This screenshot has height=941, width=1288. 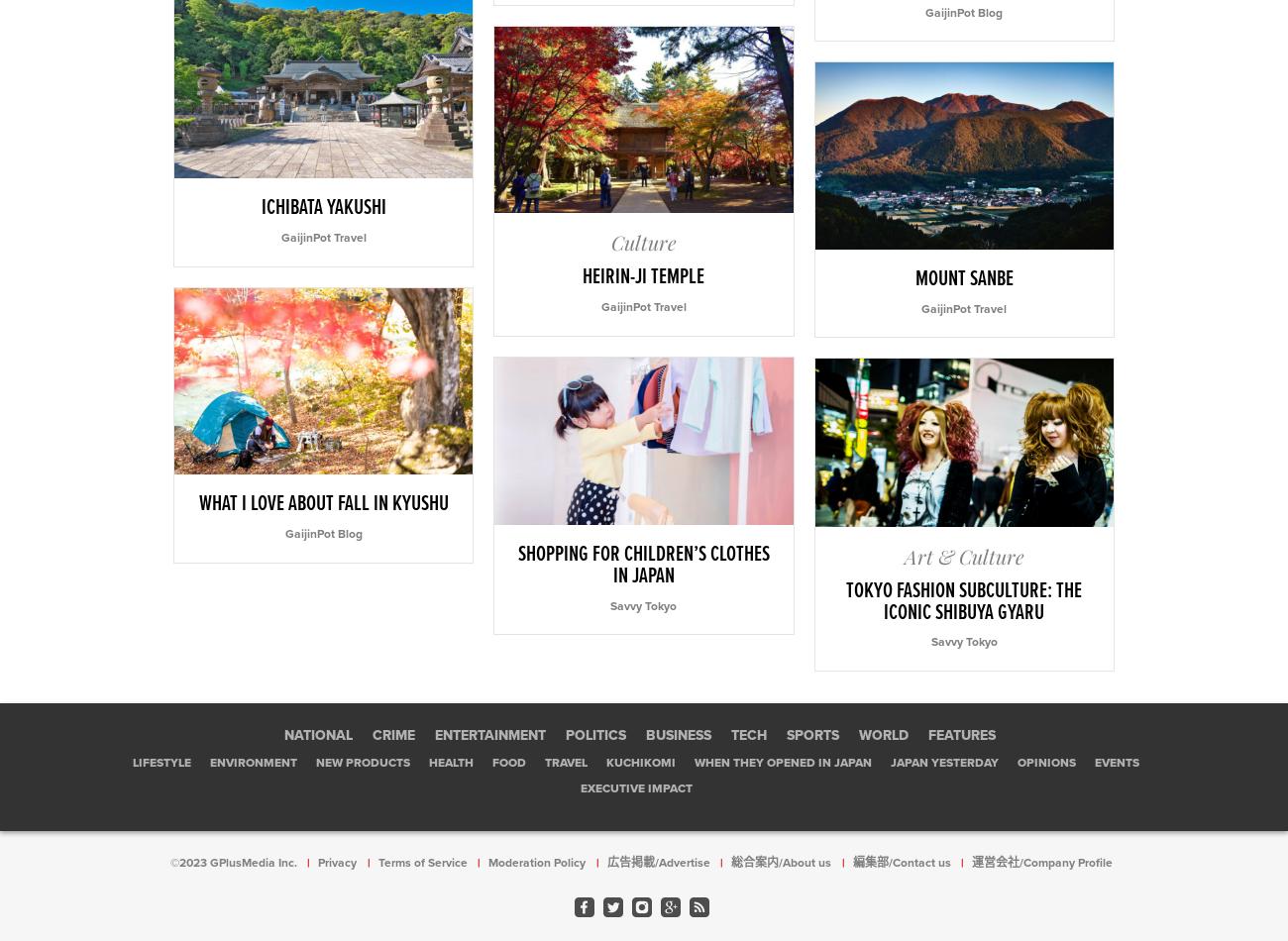 What do you see at coordinates (422, 861) in the screenshot?
I see `'Terms of Service'` at bounding box center [422, 861].